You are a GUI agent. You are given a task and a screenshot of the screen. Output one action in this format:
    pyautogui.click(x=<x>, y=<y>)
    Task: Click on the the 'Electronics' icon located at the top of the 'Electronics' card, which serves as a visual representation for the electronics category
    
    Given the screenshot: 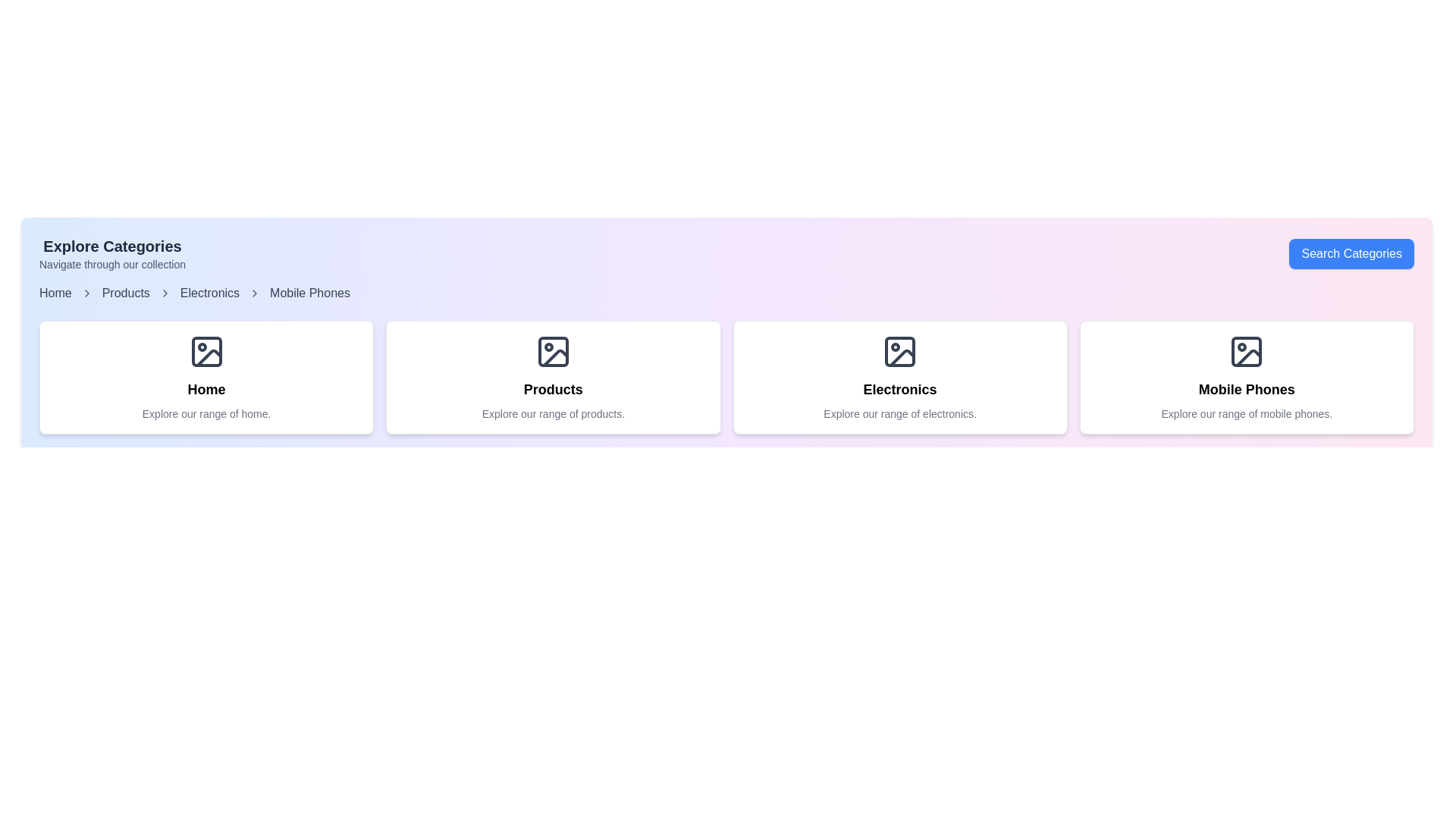 What is the action you would take?
    pyautogui.click(x=900, y=351)
    